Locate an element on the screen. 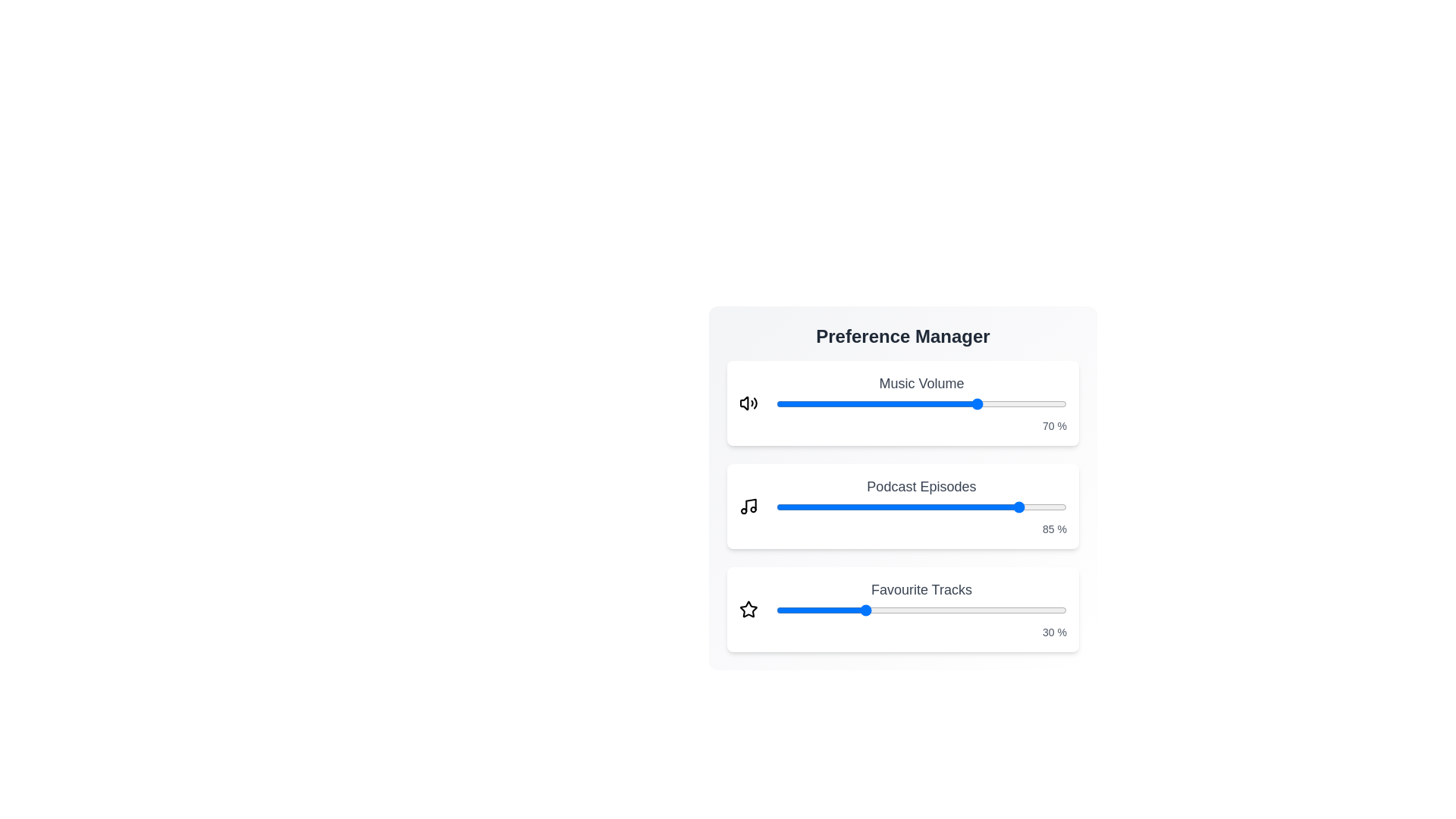  the slider for Music Volume to 0% is located at coordinates (776, 403).